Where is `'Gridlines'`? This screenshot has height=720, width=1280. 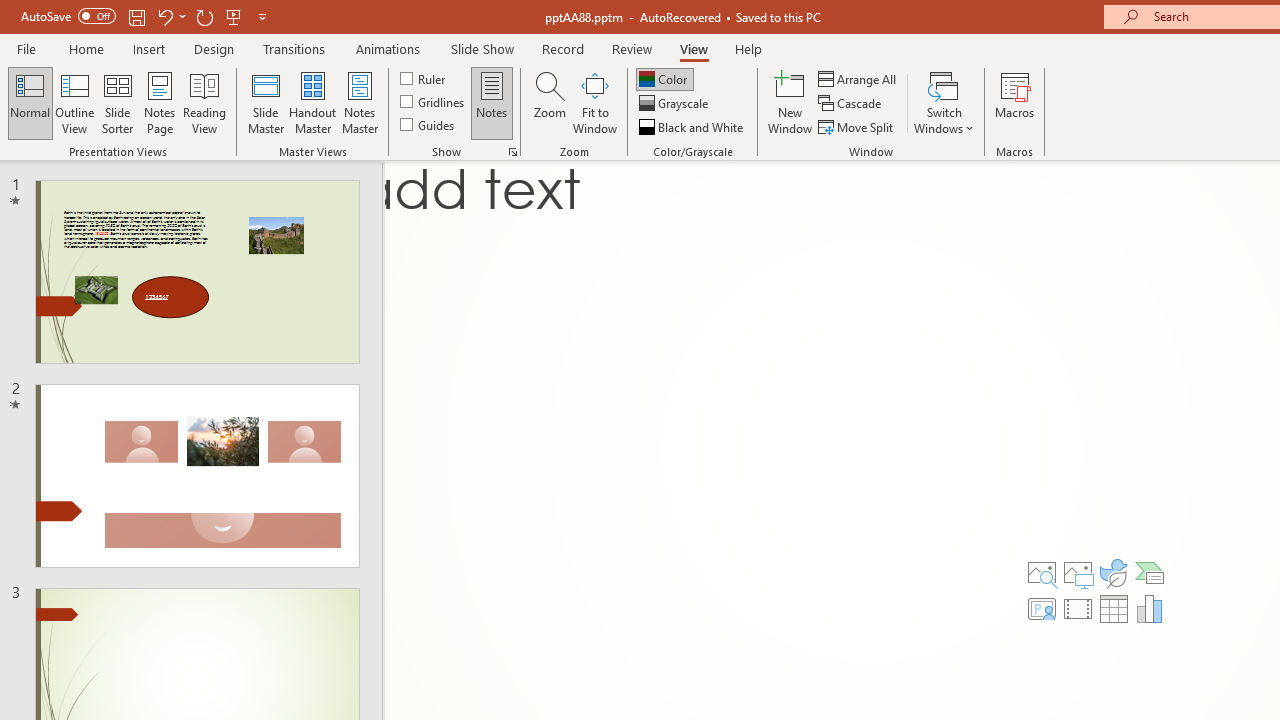 'Gridlines' is located at coordinates (432, 101).